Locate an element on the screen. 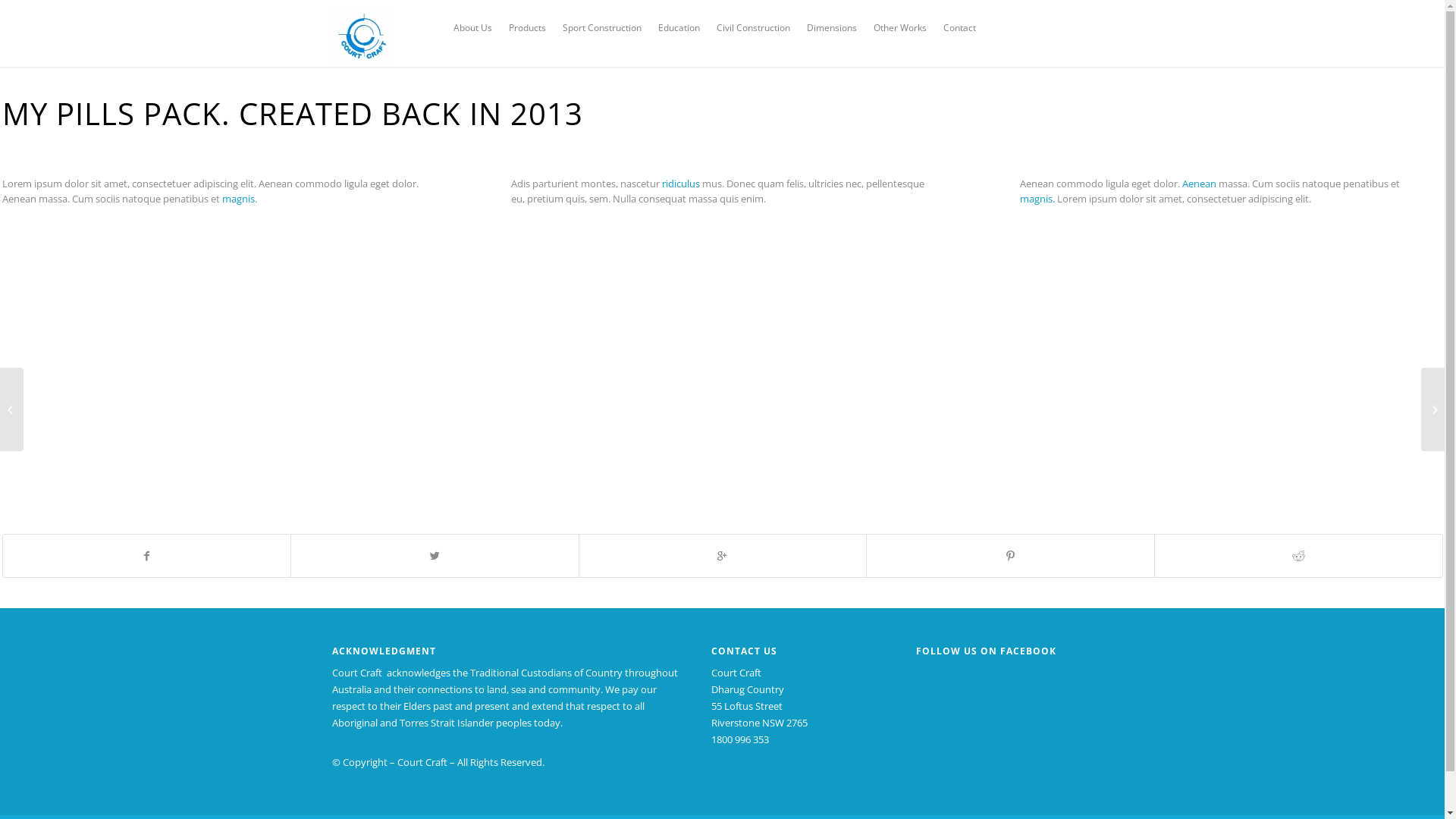  'Dimensions' is located at coordinates (831, 28).